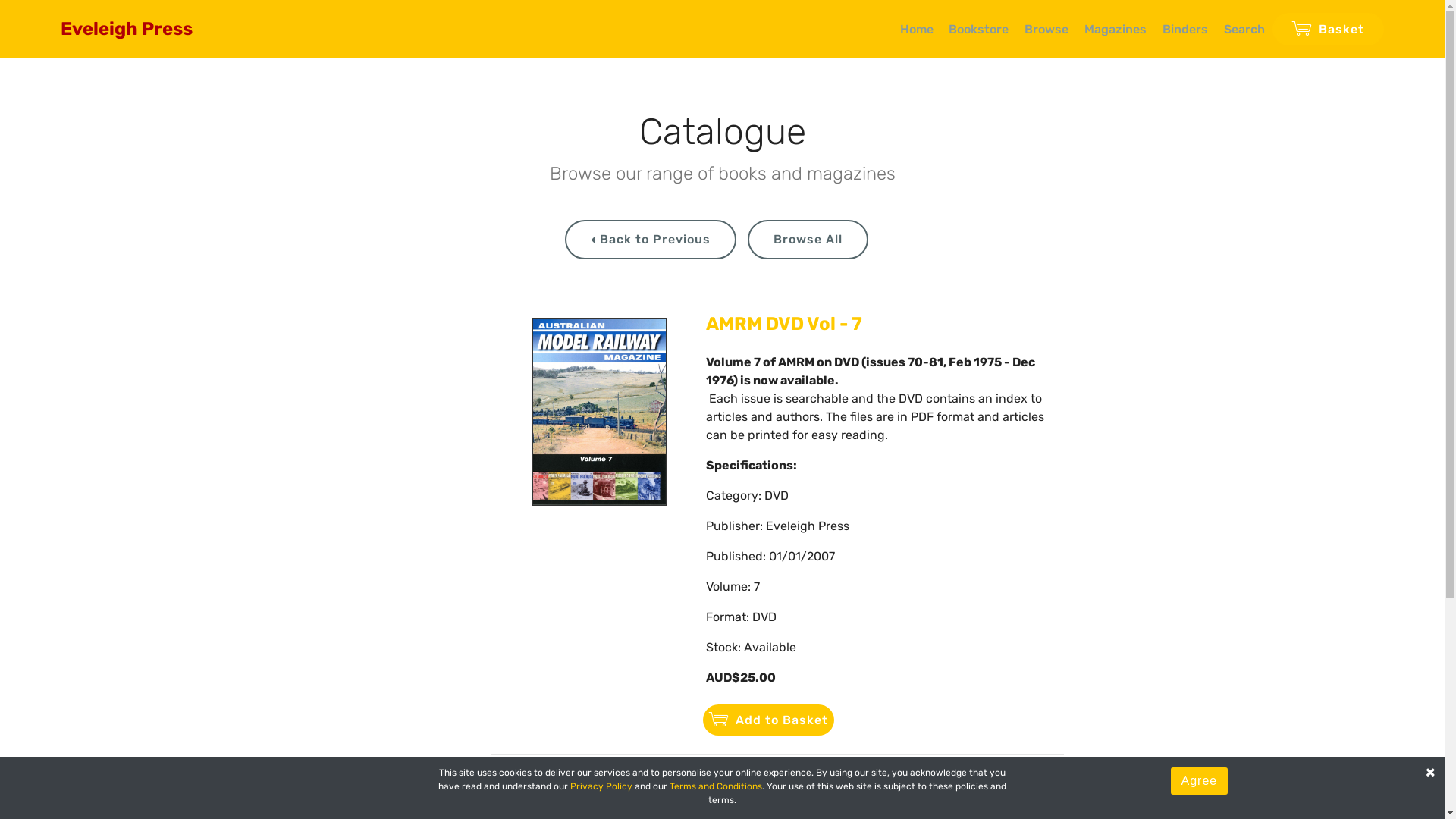  What do you see at coordinates (1272, 29) in the screenshot?
I see `'Basket'` at bounding box center [1272, 29].